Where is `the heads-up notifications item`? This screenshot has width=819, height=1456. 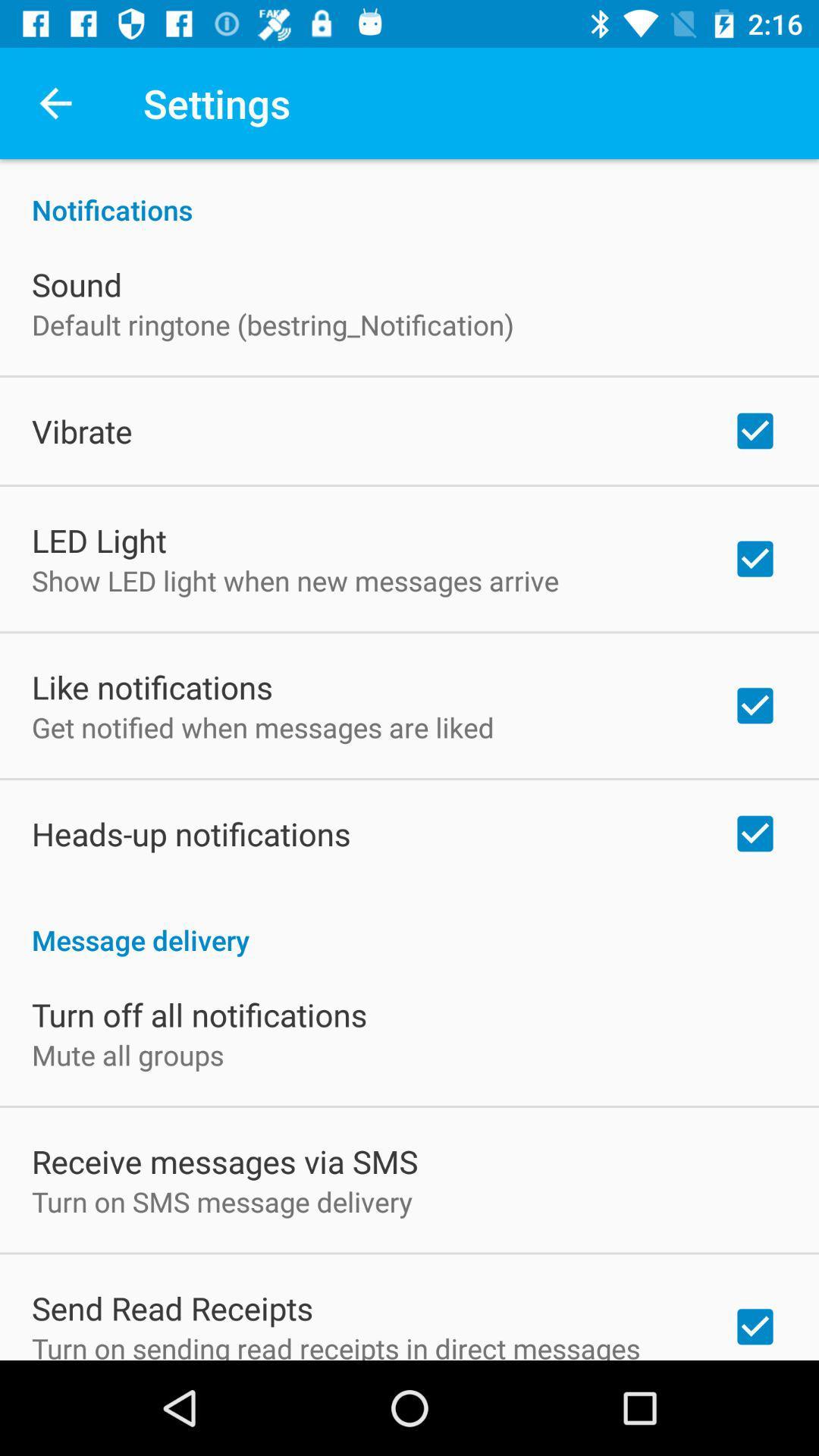
the heads-up notifications item is located at coordinates (190, 833).